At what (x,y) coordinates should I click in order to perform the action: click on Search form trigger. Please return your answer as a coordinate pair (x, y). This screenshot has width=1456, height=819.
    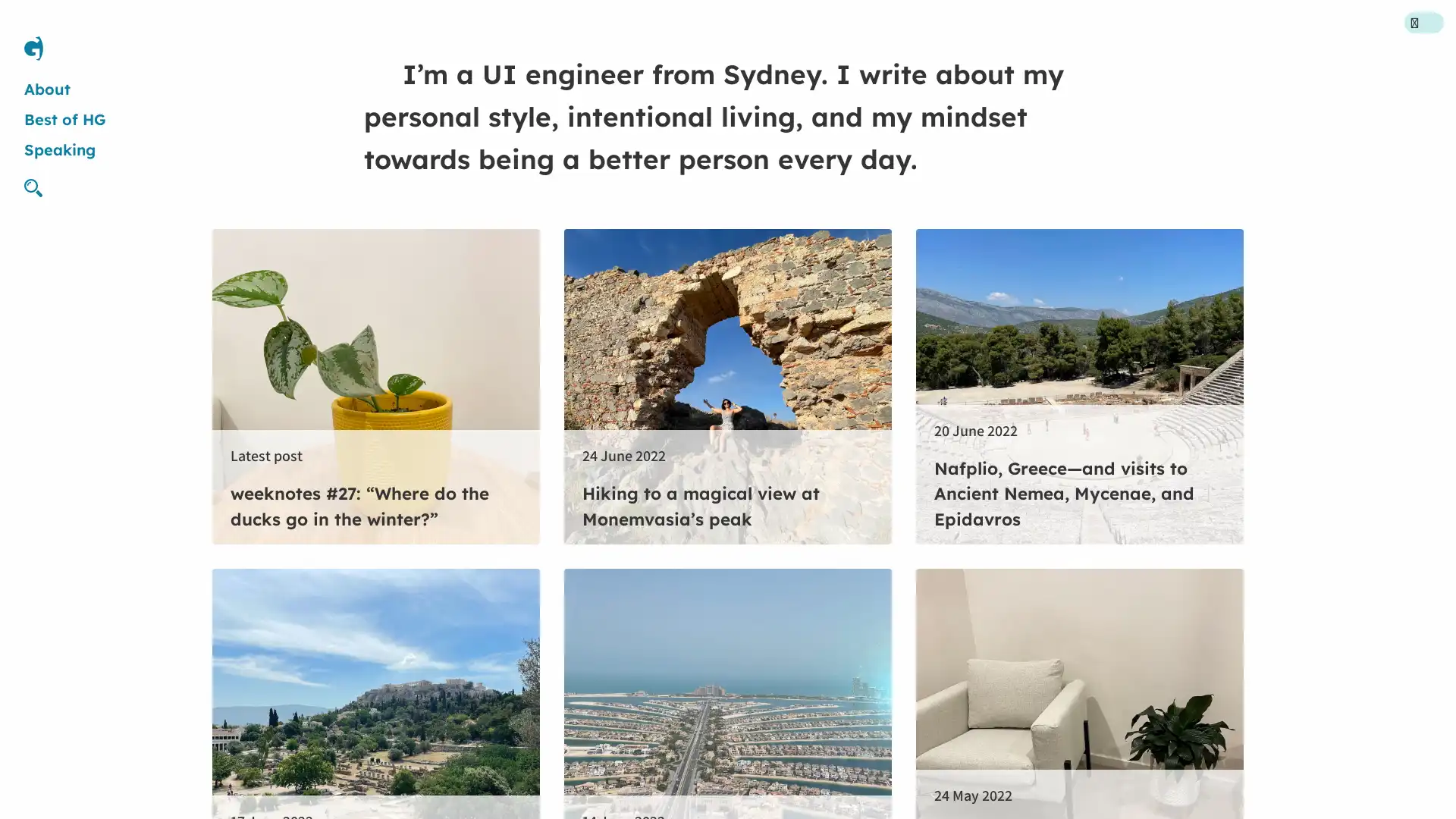
    Looking at the image, I should click on (39, 187).